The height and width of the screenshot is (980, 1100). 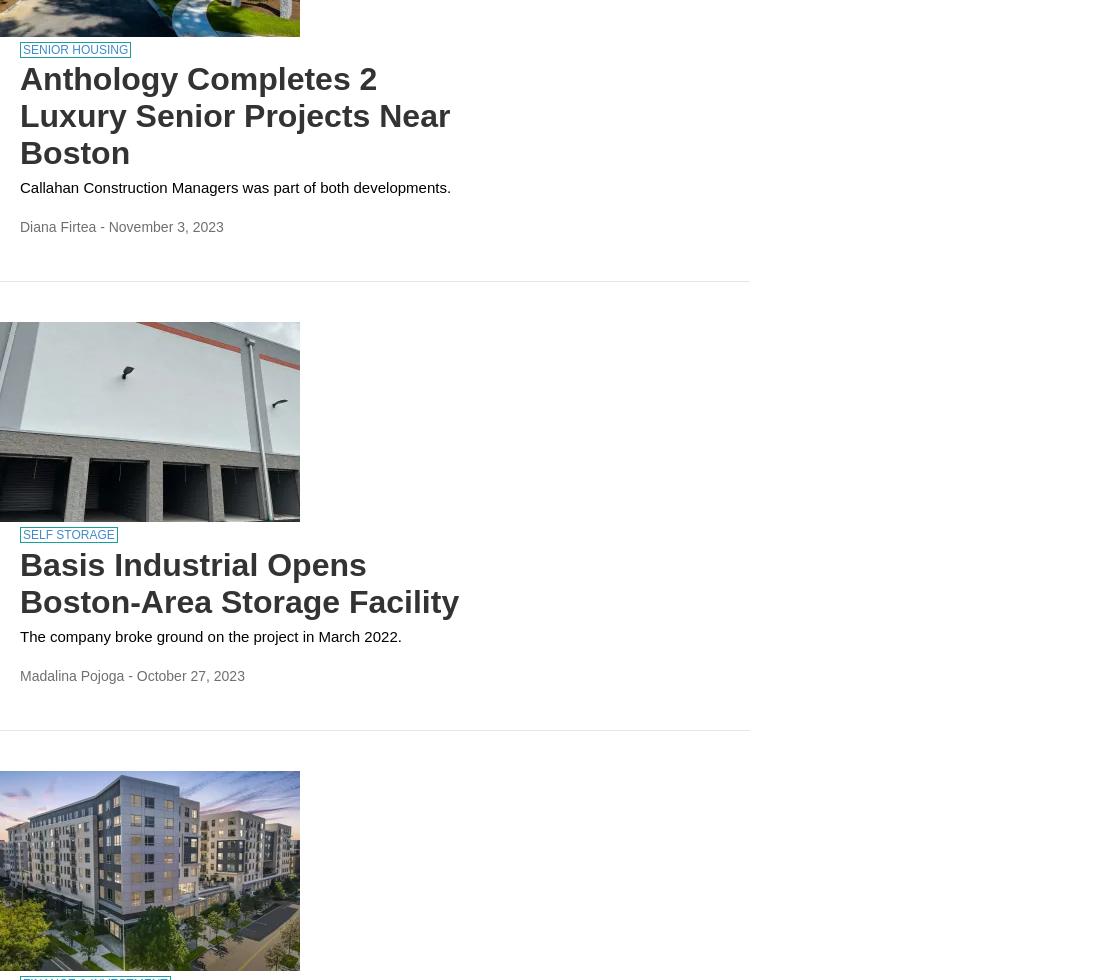 What do you see at coordinates (234, 116) in the screenshot?
I see `'Anthology Completes 2 Luxury Senior Projects Near Boston'` at bounding box center [234, 116].